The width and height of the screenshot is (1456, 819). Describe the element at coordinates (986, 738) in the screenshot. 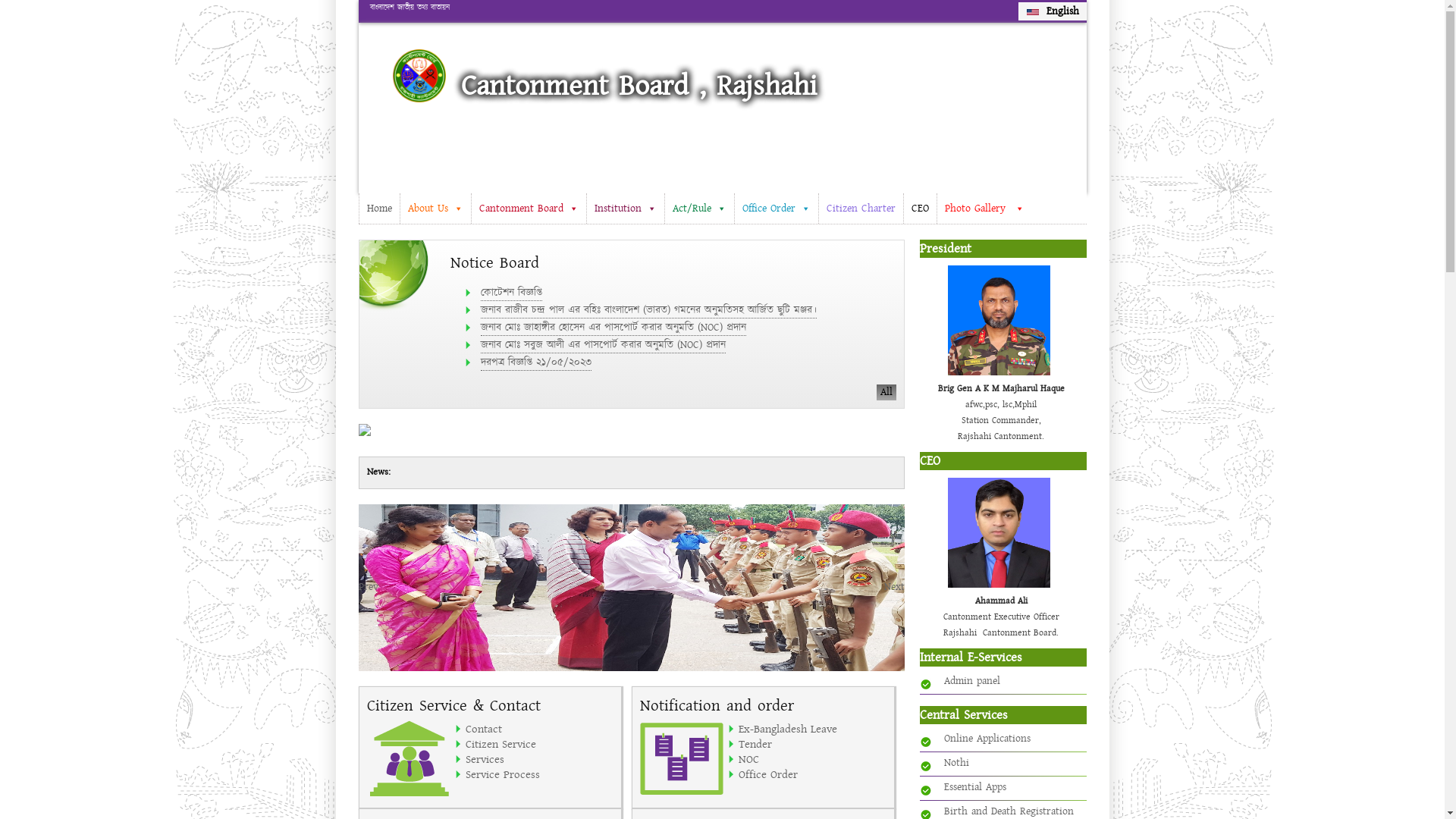

I see `'Online Applications'` at that location.